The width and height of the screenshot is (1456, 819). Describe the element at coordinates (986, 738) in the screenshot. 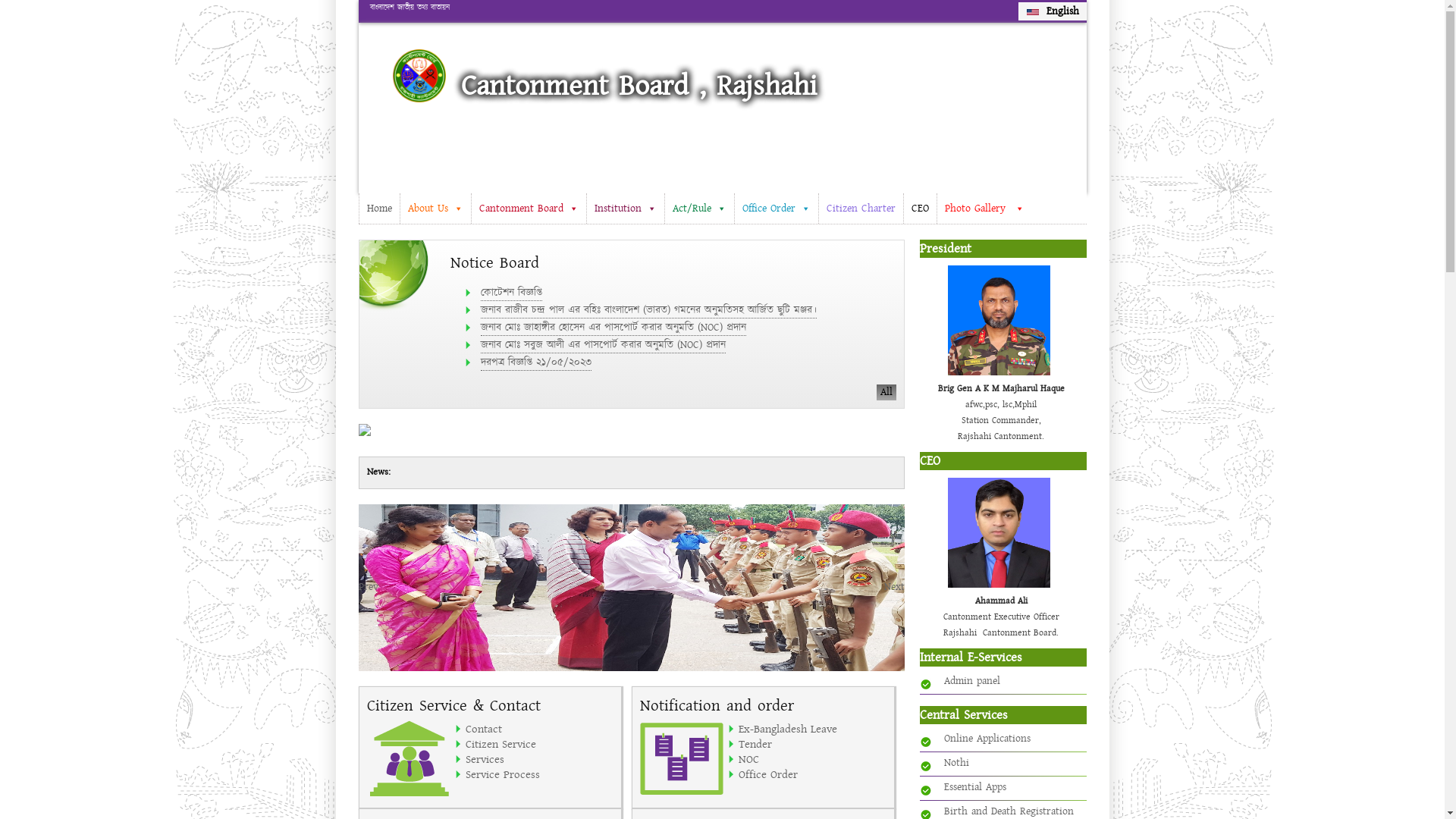

I see `'Online Applications'` at that location.